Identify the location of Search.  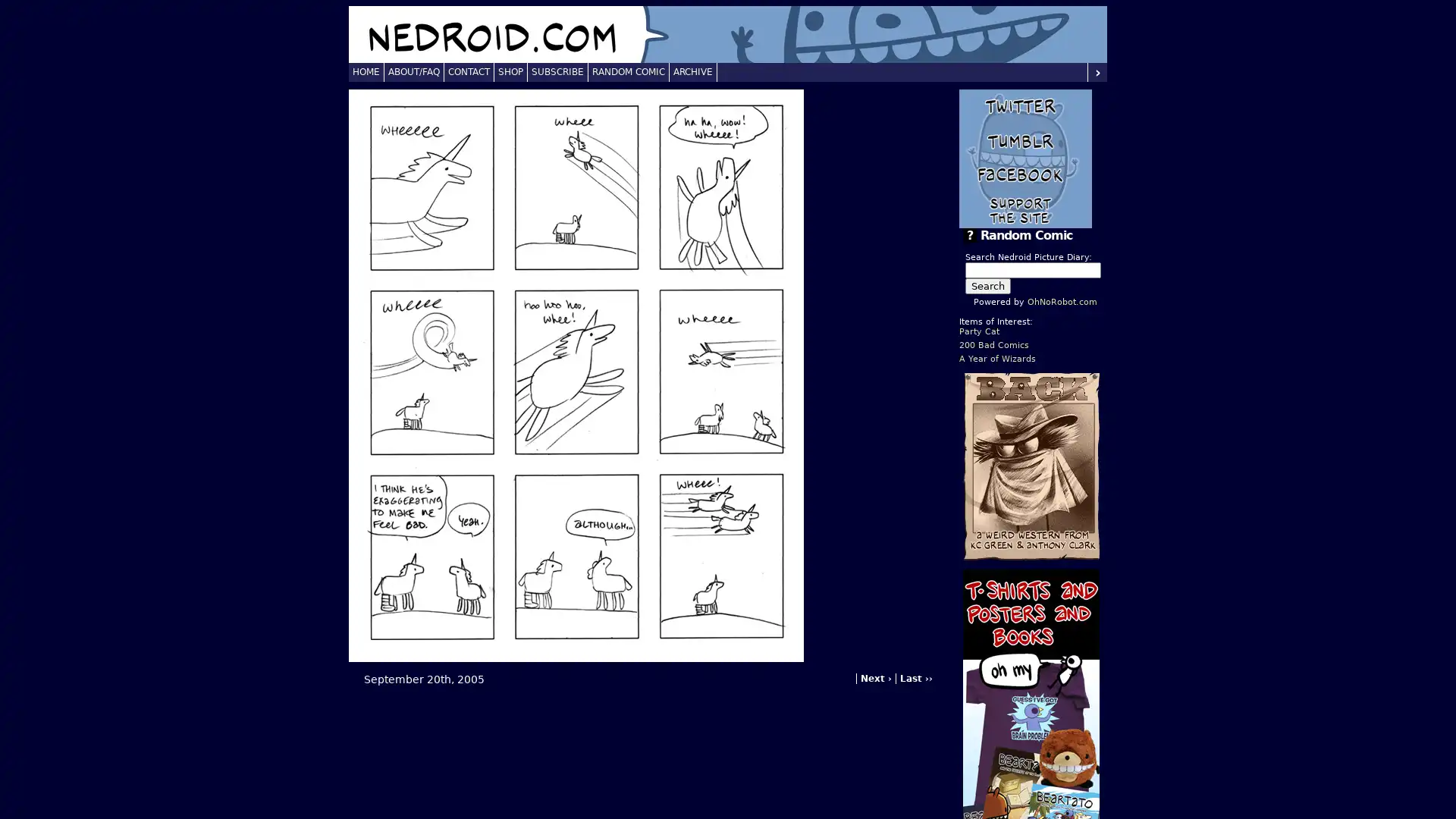
(987, 286).